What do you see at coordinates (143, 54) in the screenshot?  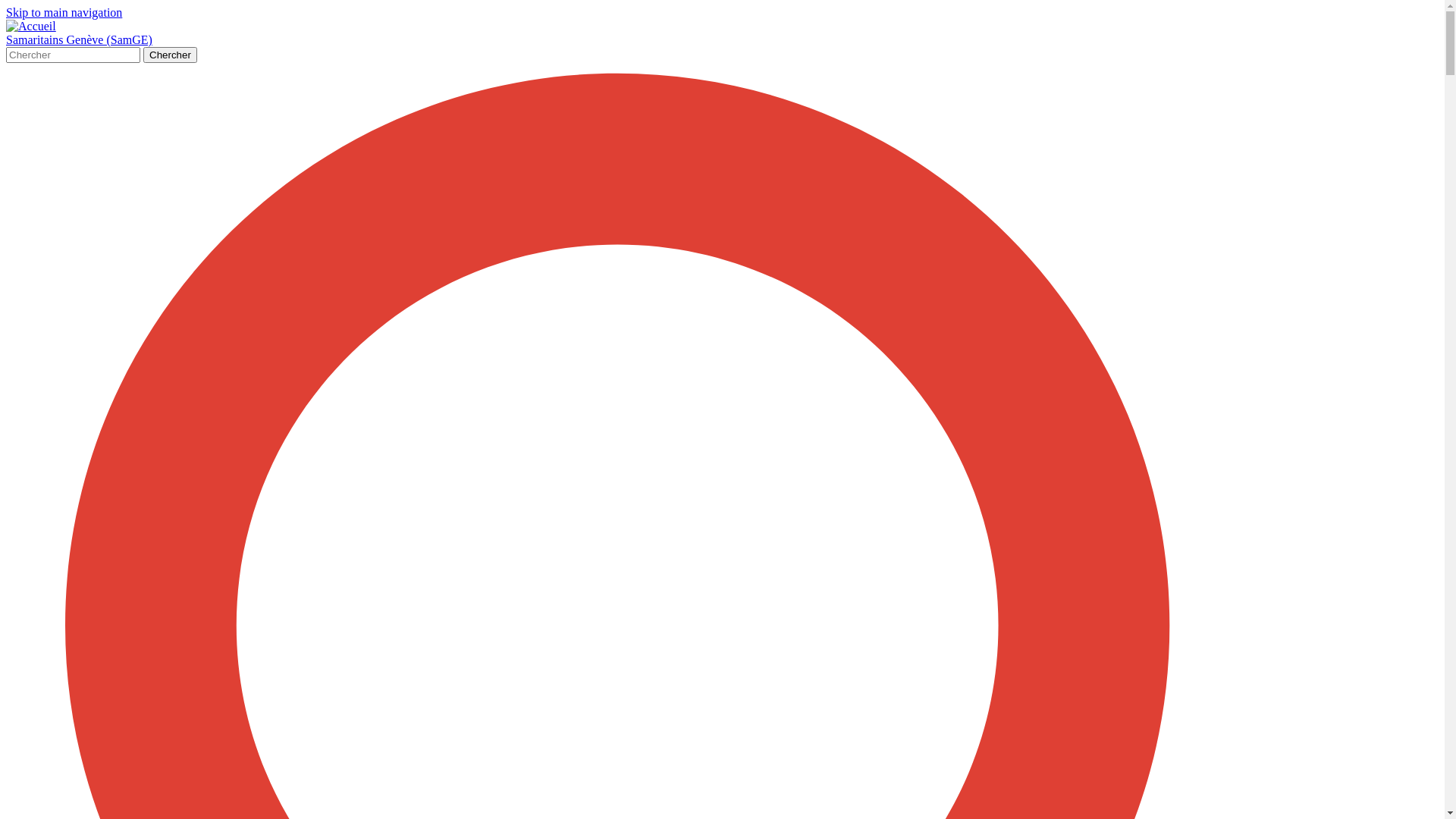 I see `'Chercher'` at bounding box center [143, 54].